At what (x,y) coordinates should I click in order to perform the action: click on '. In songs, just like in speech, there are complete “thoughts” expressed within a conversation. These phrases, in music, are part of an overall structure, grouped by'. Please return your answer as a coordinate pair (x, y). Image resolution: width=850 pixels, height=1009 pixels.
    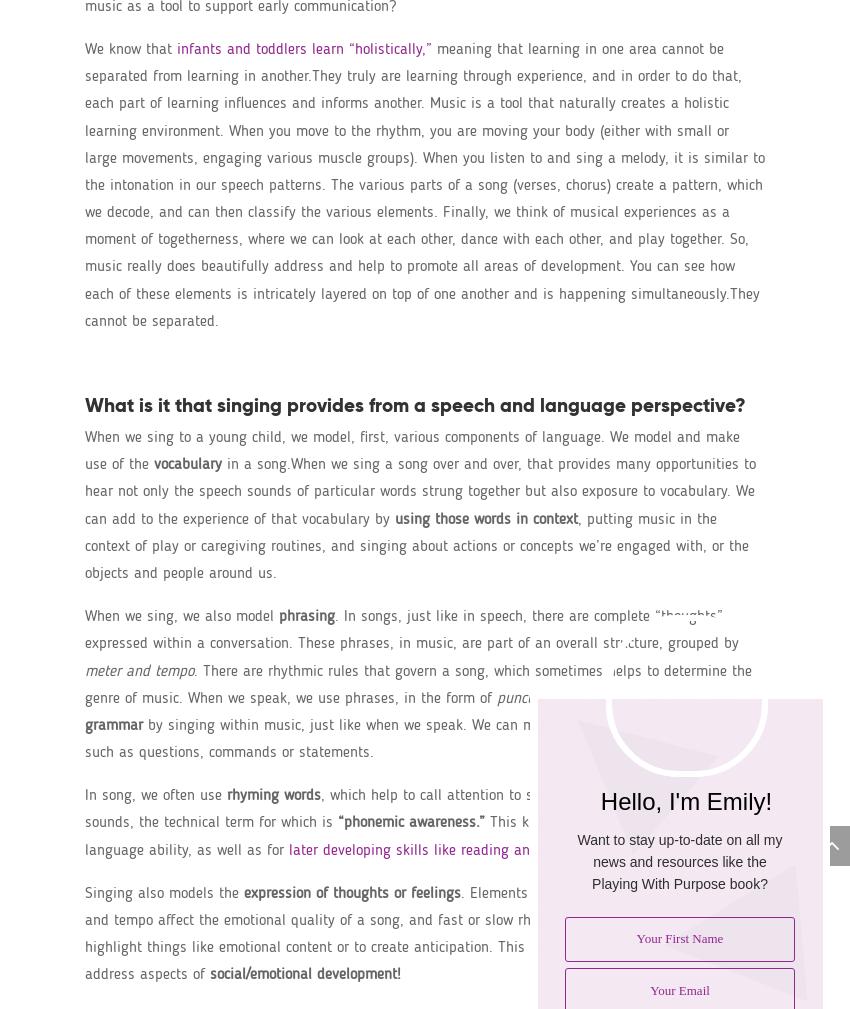
    Looking at the image, I should click on (411, 630).